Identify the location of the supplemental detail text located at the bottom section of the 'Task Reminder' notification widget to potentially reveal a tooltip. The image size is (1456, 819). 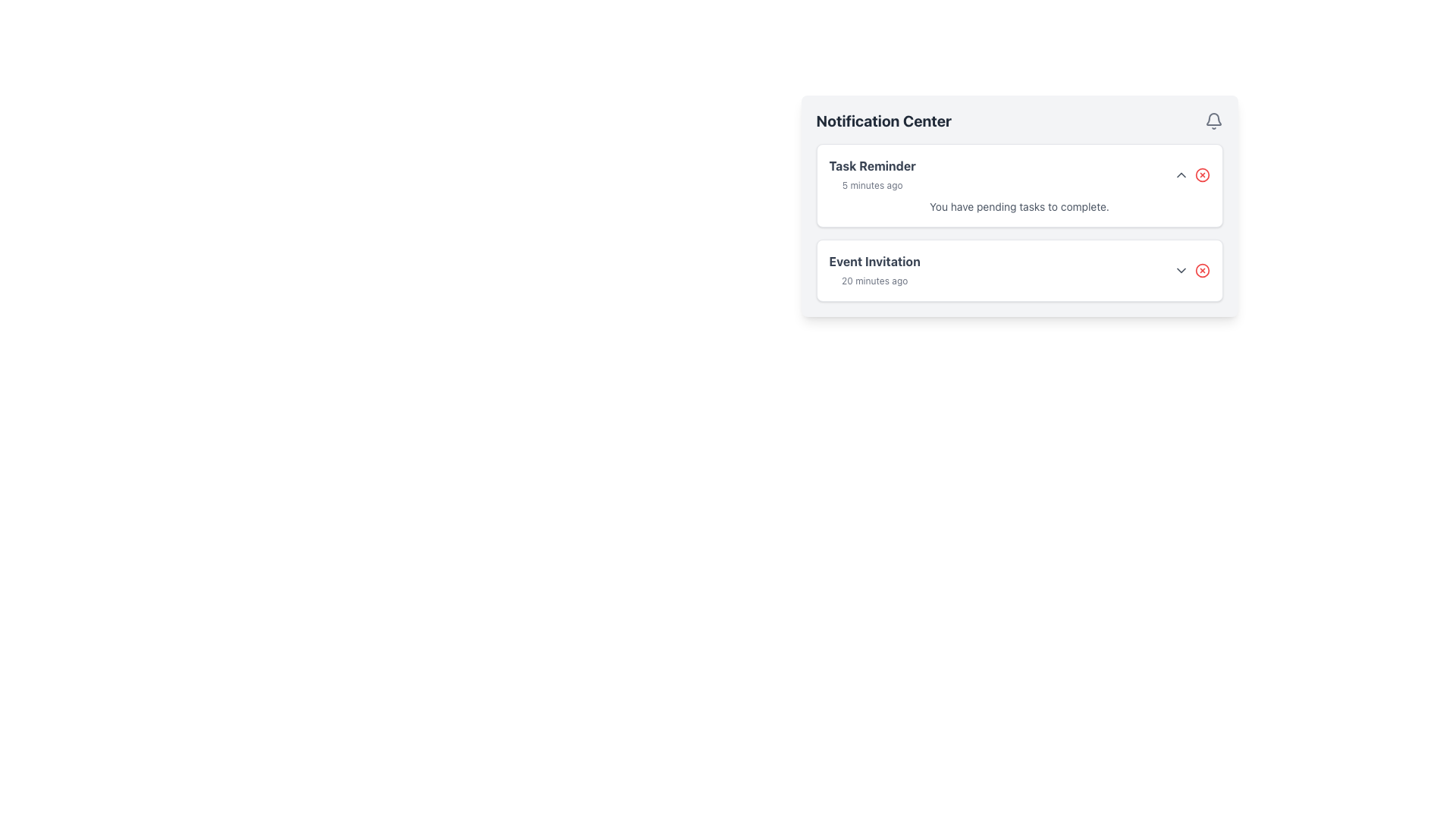
(1019, 207).